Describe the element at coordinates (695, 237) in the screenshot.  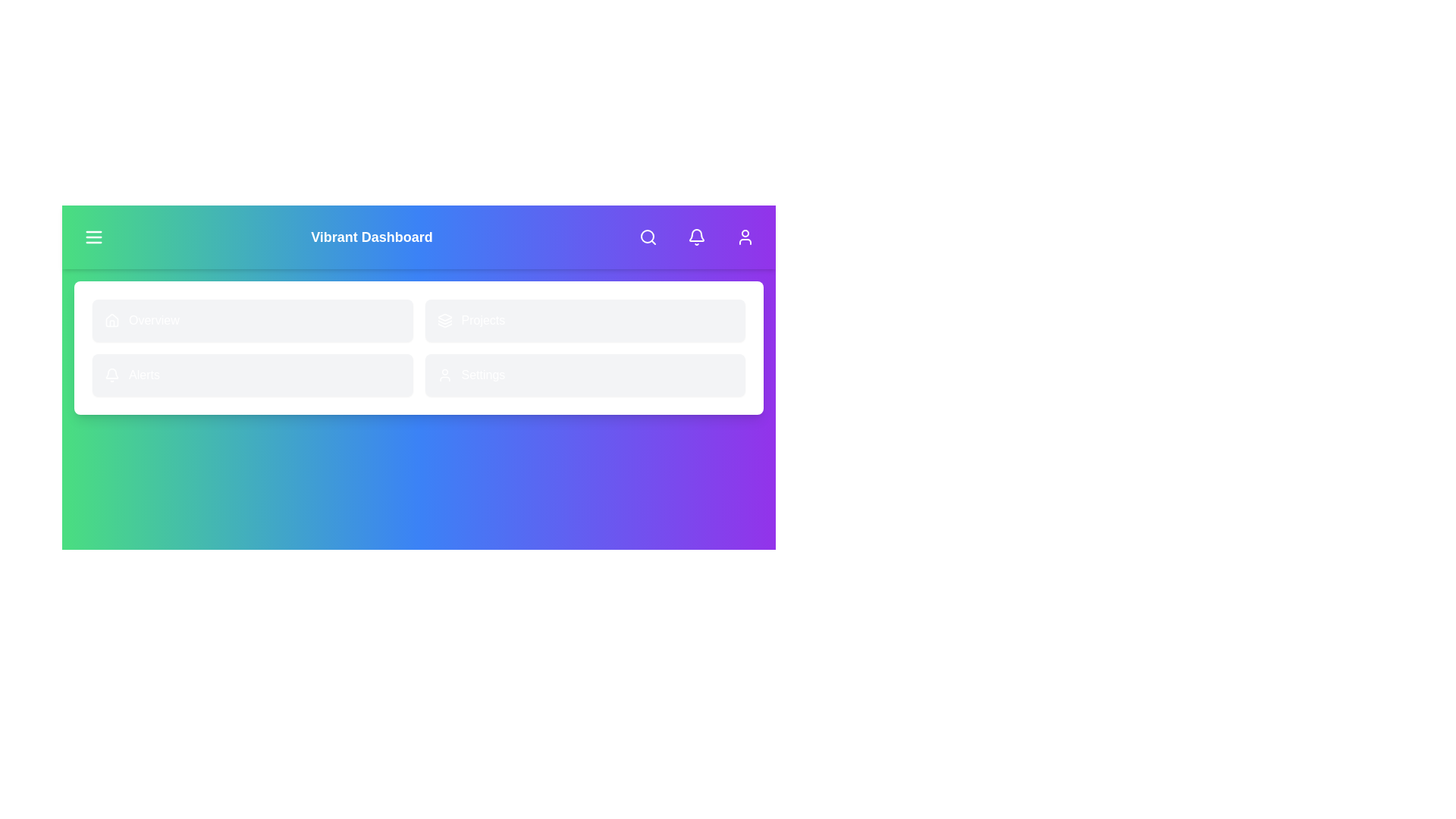
I see `the Notifications button at the top right of the app bar` at that location.